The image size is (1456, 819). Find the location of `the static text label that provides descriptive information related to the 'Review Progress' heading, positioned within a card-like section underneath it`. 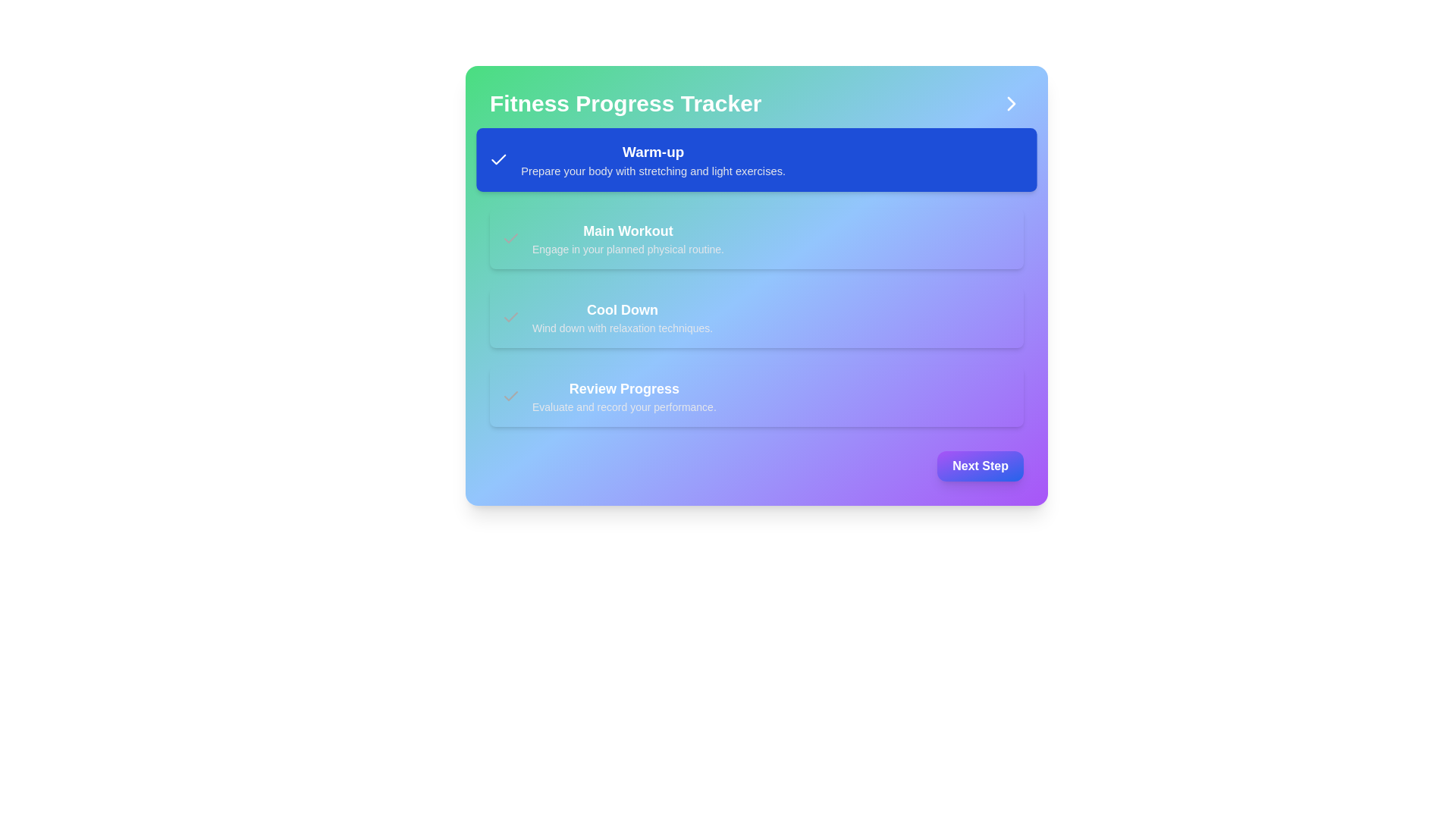

the static text label that provides descriptive information related to the 'Review Progress' heading, positioned within a card-like section underneath it is located at coordinates (624, 406).